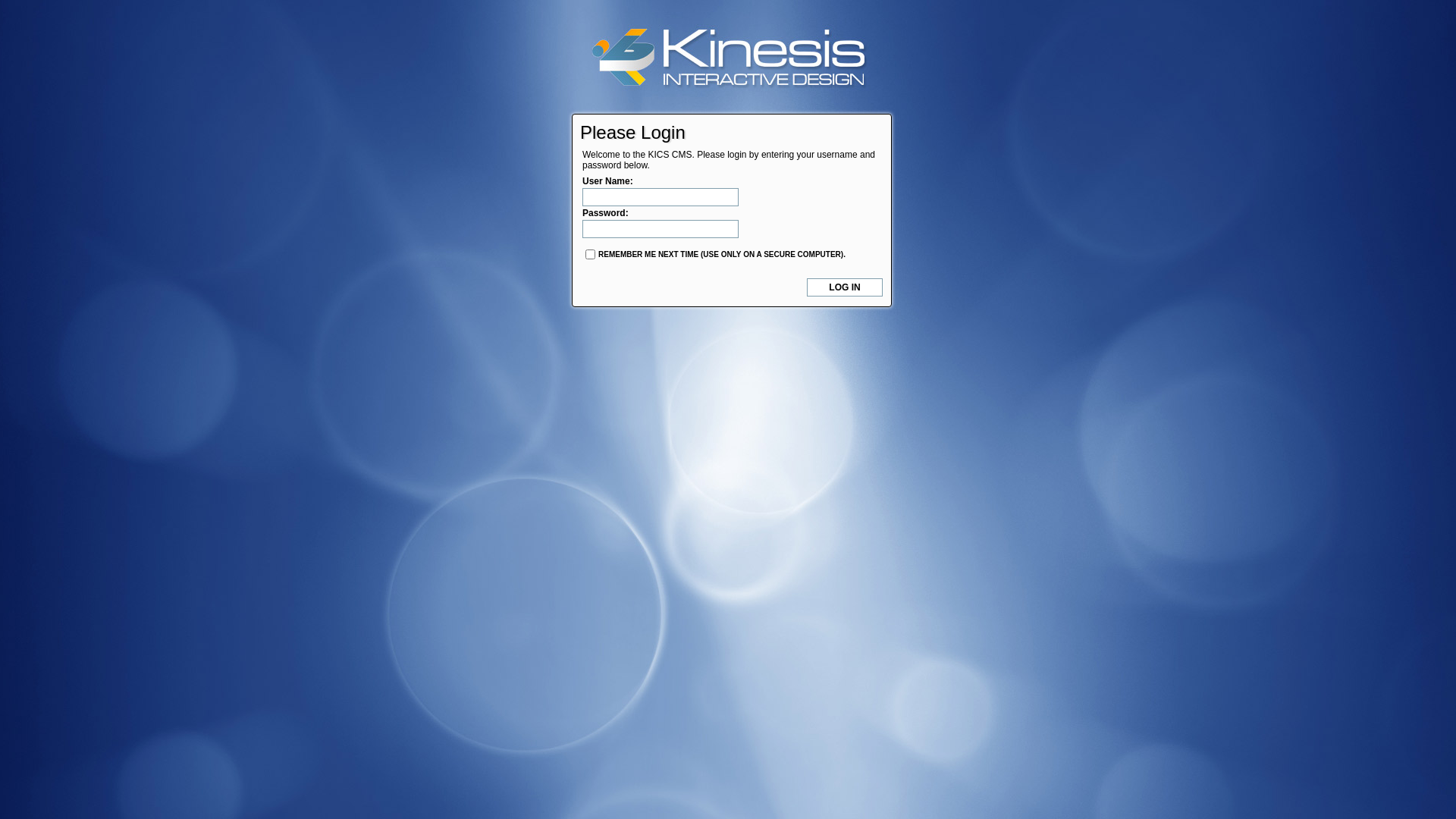 This screenshot has height=819, width=1456. Describe the element at coordinates (806, 287) in the screenshot. I see `'Log In'` at that location.